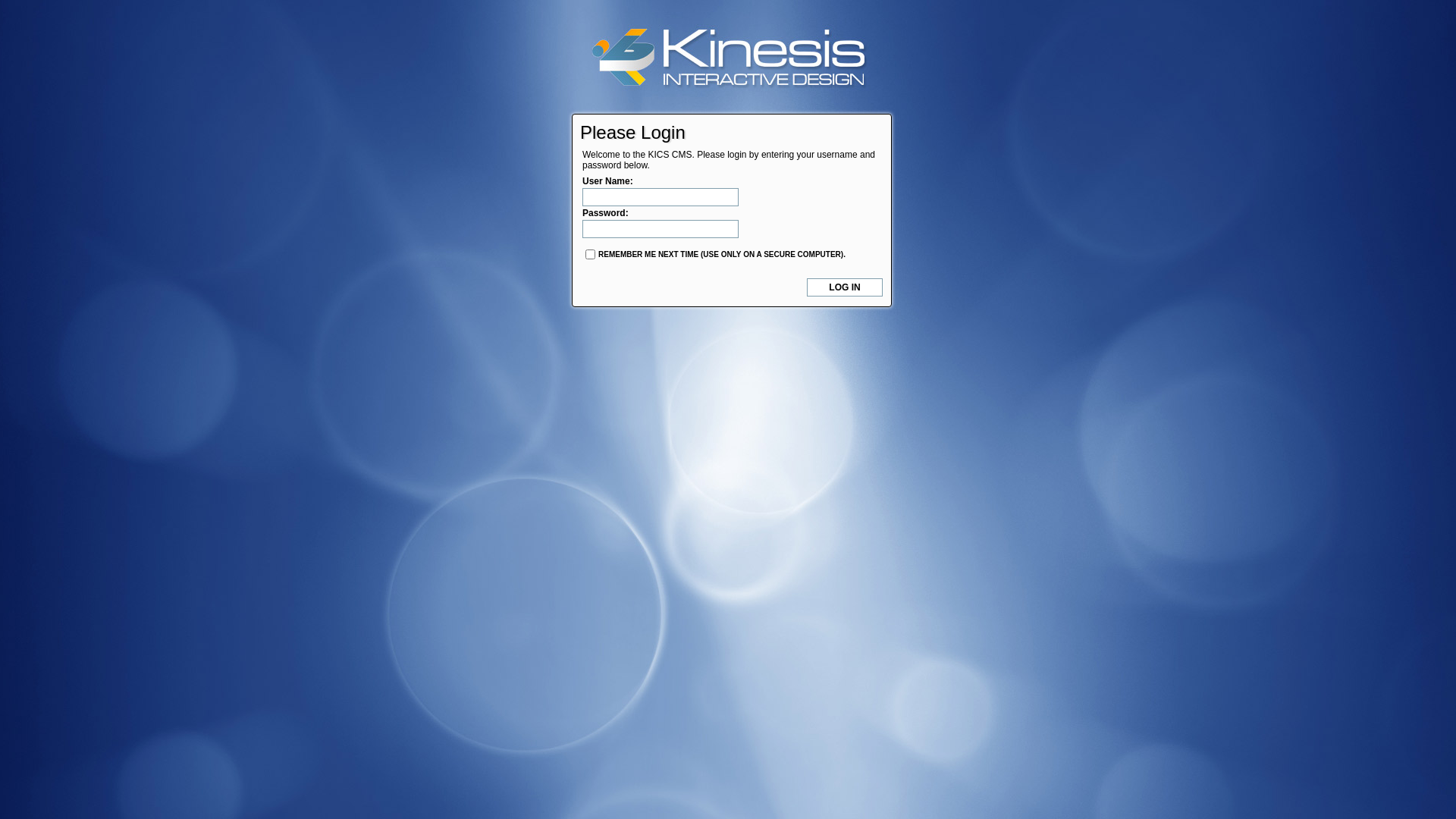 This screenshot has height=819, width=1456. Describe the element at coordinates (806, 287) in the screenshot. I see `'Log In'` at that location.